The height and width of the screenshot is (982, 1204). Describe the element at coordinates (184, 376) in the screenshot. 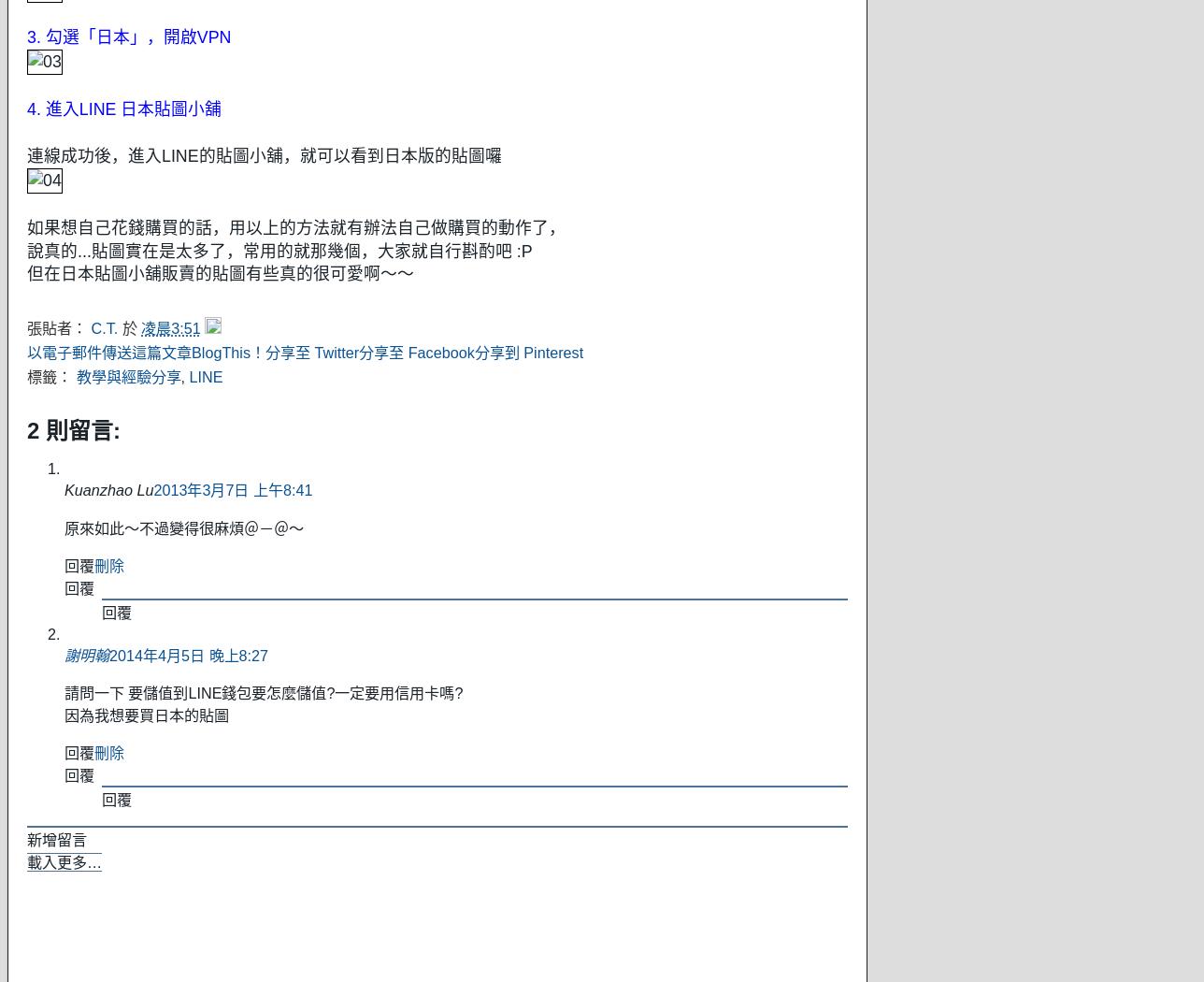

I see `','` at that location.